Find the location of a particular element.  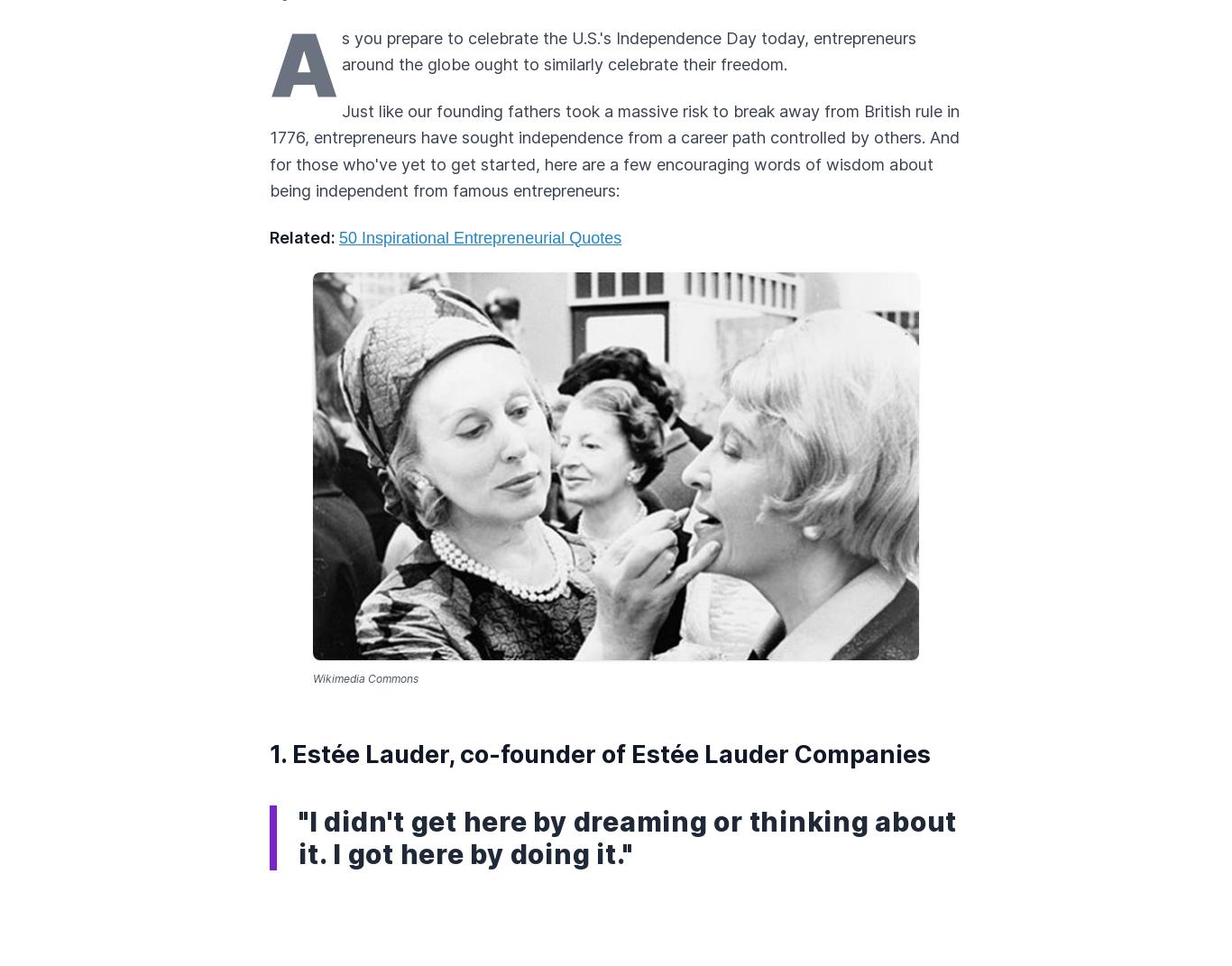

'Business Solutions' is located at coordinates (348, 704).